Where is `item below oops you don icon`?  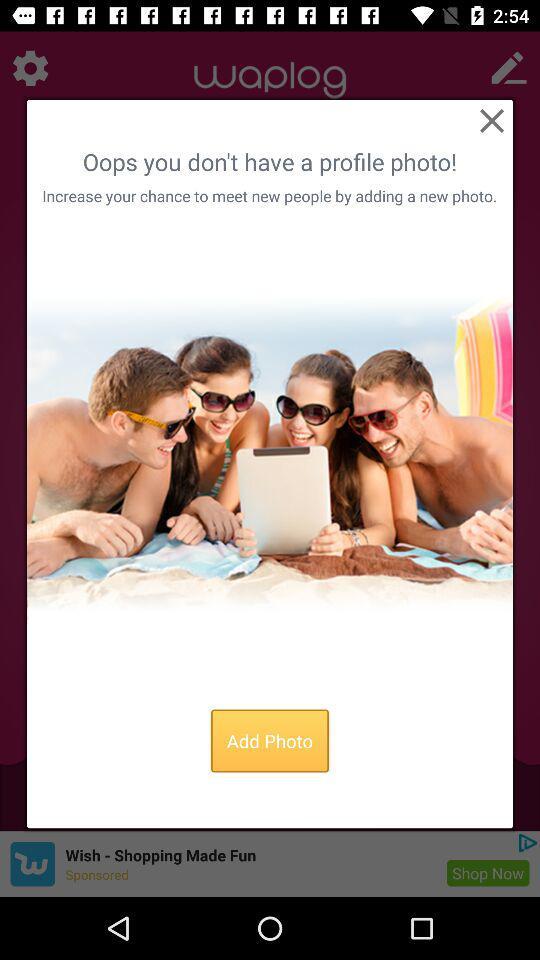 item below oops you don icon is located at coordinates (269, 195).